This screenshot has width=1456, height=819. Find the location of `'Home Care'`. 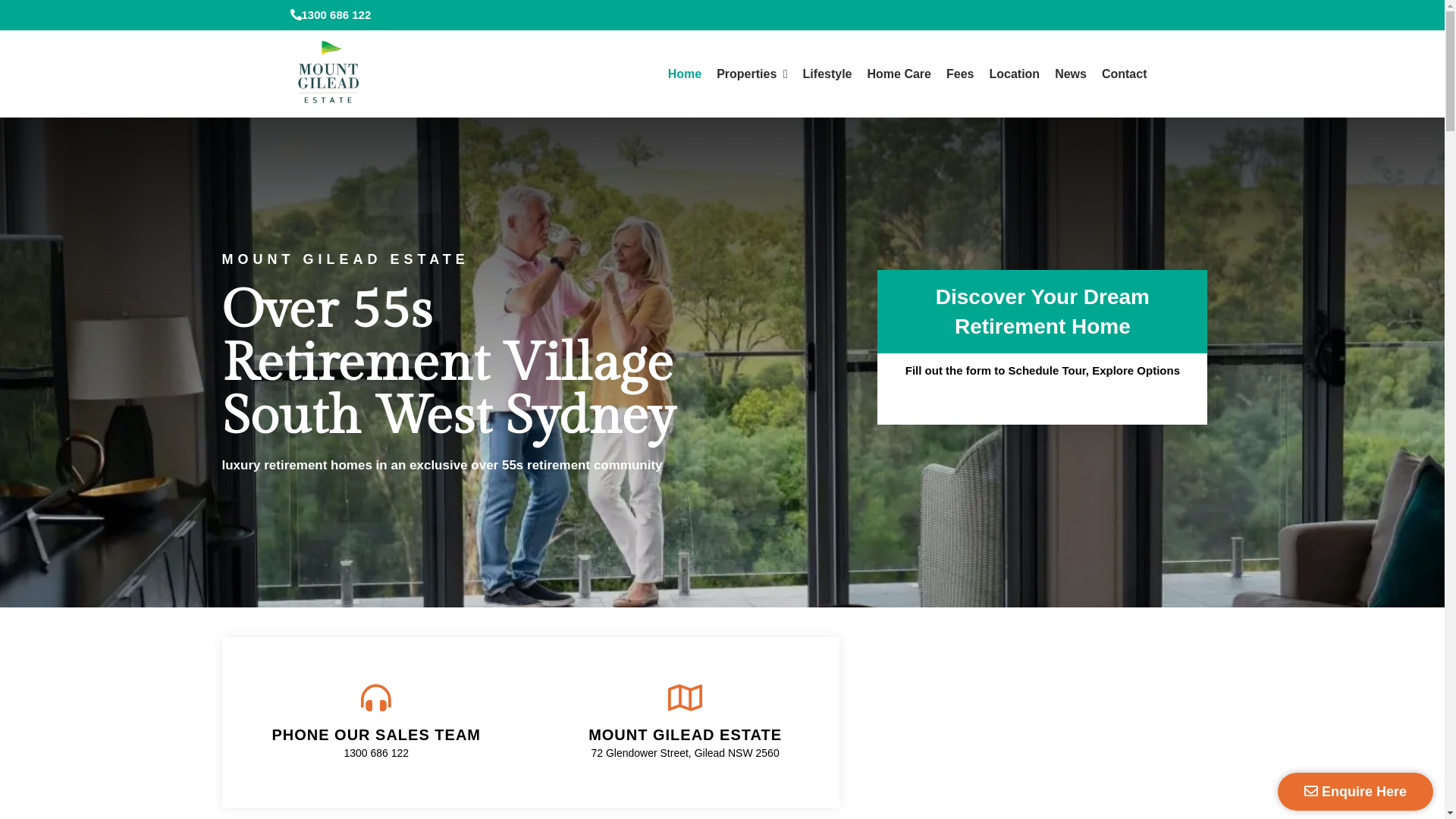

'Home Care' is located at coordinates (899, 74).